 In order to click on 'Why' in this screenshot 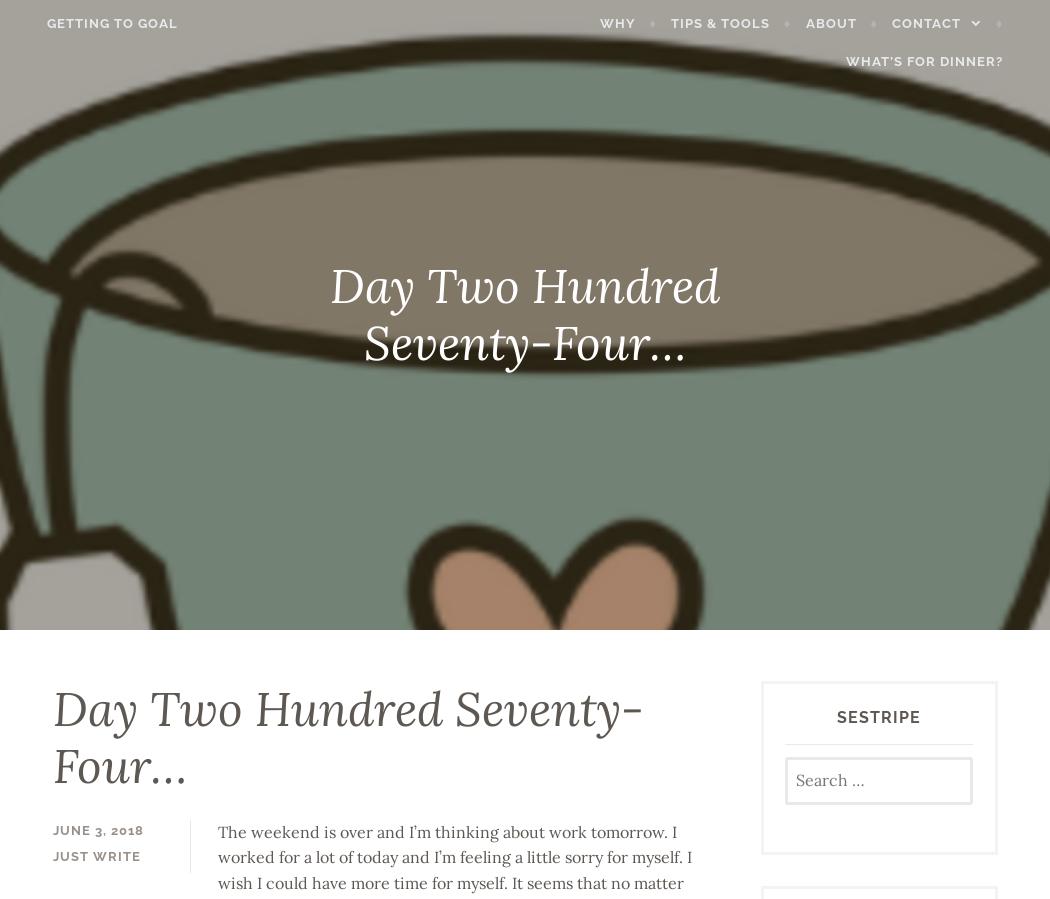, I will do `click(620, 21)`.